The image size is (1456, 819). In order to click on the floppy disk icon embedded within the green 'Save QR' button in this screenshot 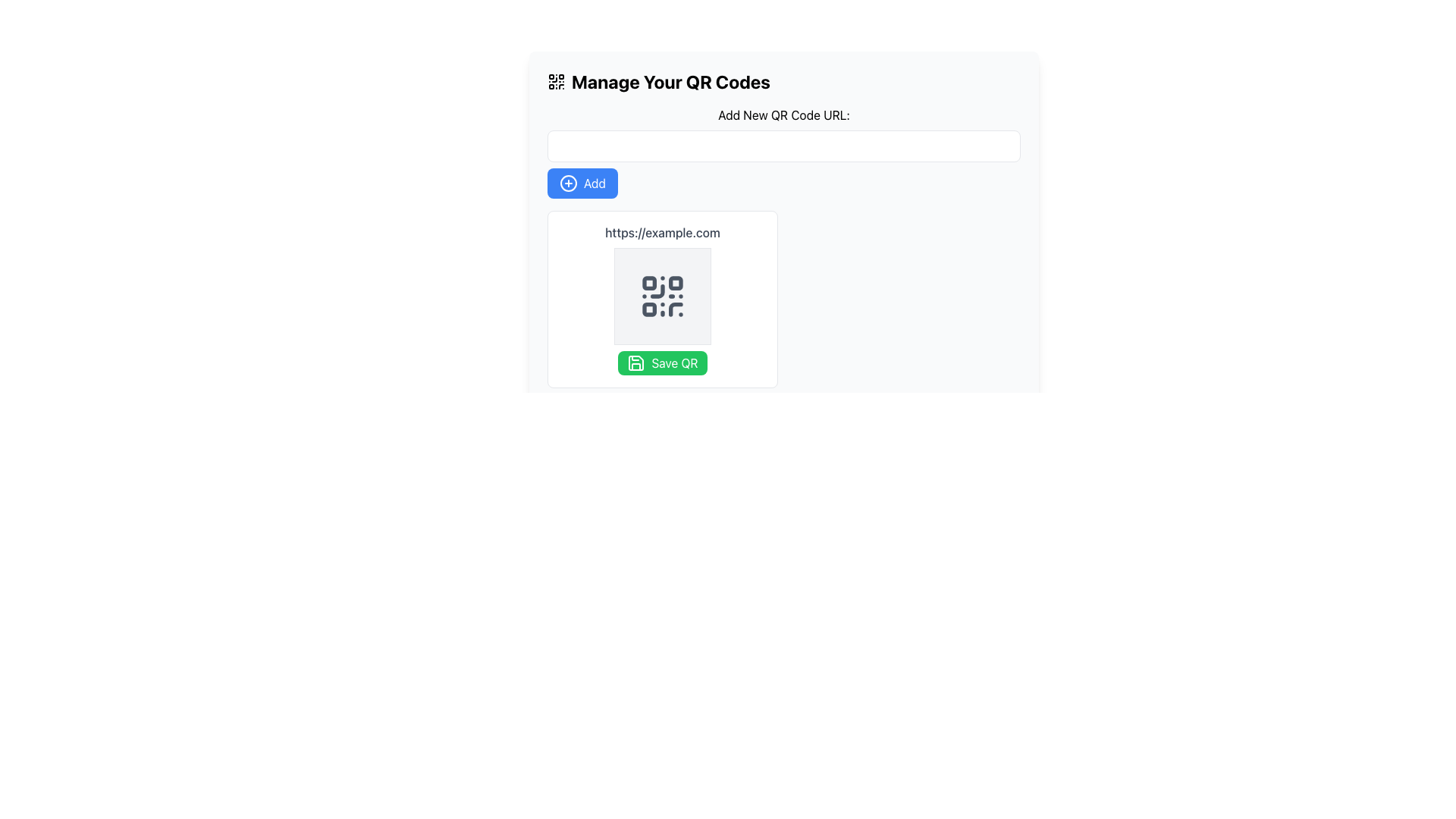, I will do `click(636, 362)`.